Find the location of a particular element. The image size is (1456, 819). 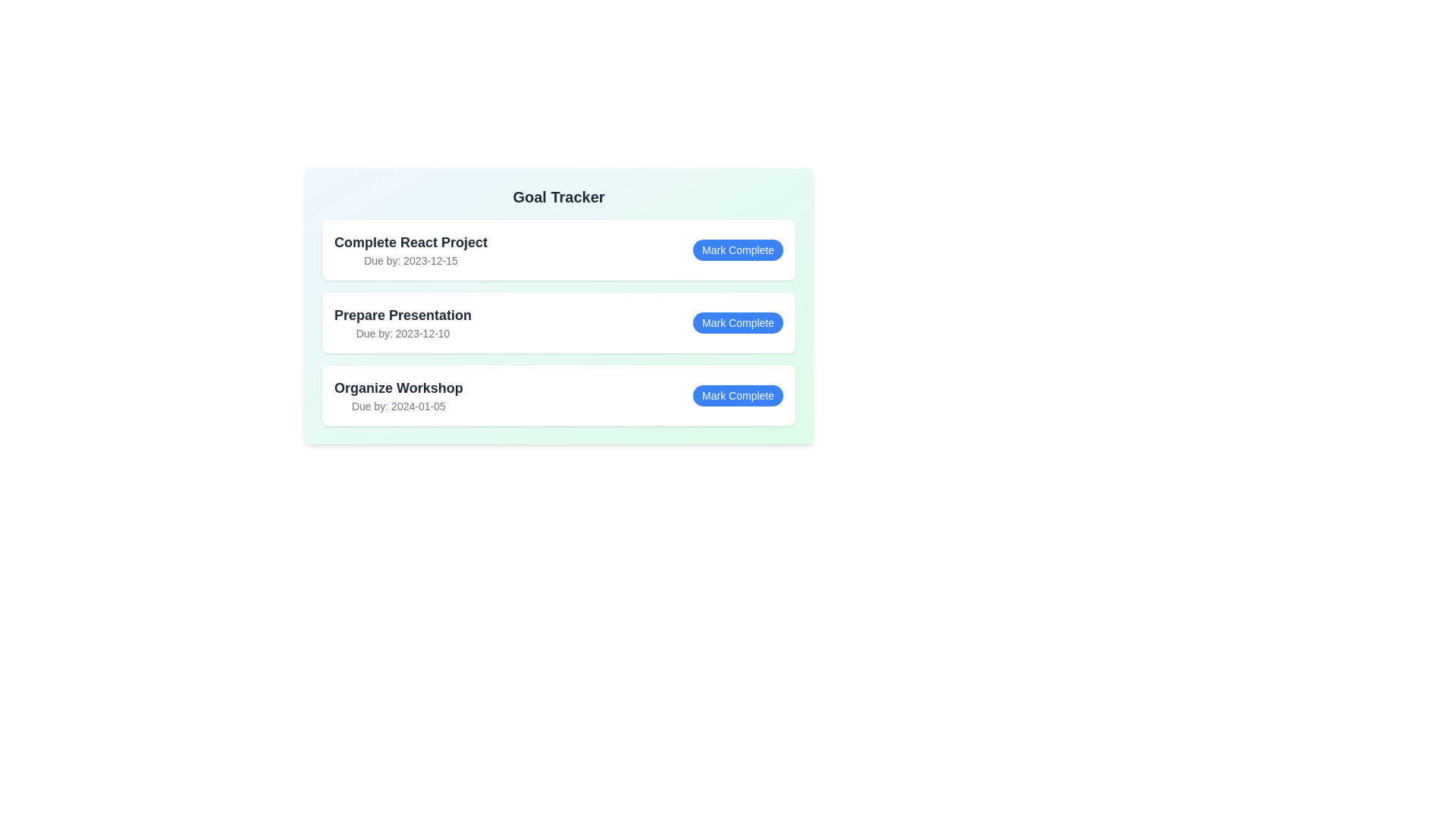

'Mark Complete' button for the goal titled 'Prepare Presentation' is located at coordinates (738, 322).